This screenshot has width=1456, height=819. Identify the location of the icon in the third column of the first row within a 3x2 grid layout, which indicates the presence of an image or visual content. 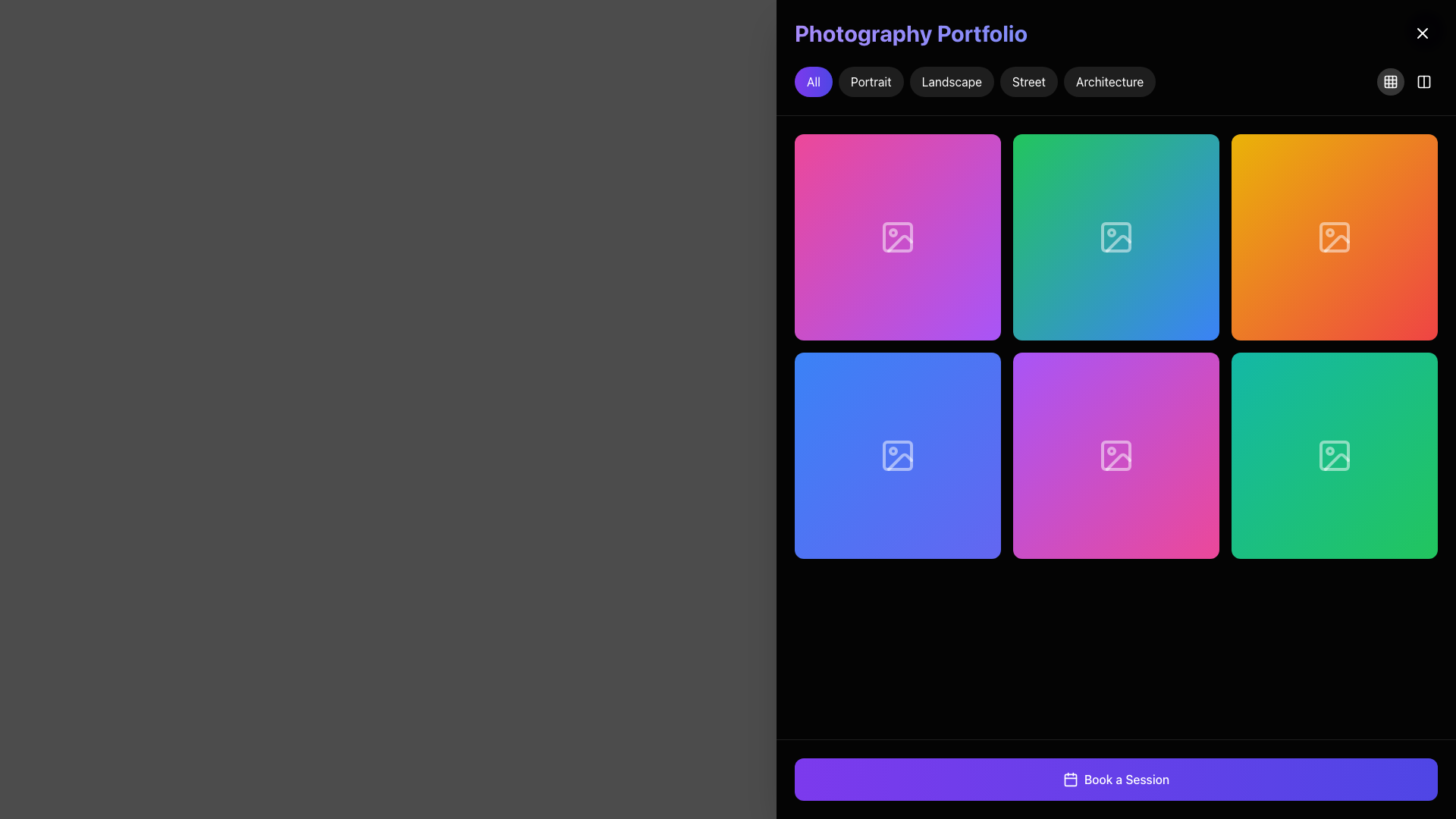
(1116, 237).